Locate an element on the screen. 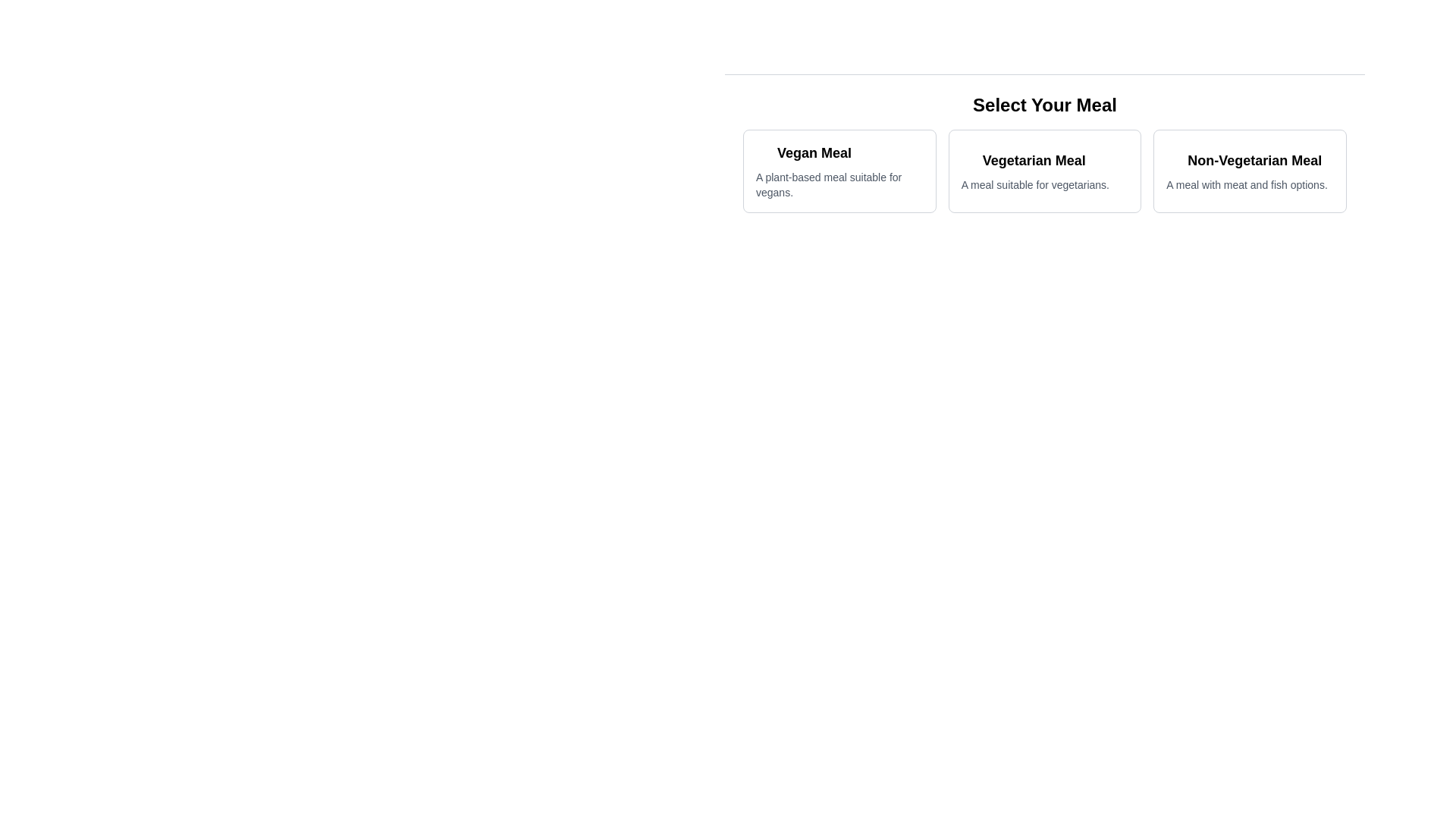 The width and height of the screenshot is (1456, 819). the middle card labeled 'Vegetarian Meal' in the Content display card section under 'Select Your Meal' is located at coordinates (1043, 171).